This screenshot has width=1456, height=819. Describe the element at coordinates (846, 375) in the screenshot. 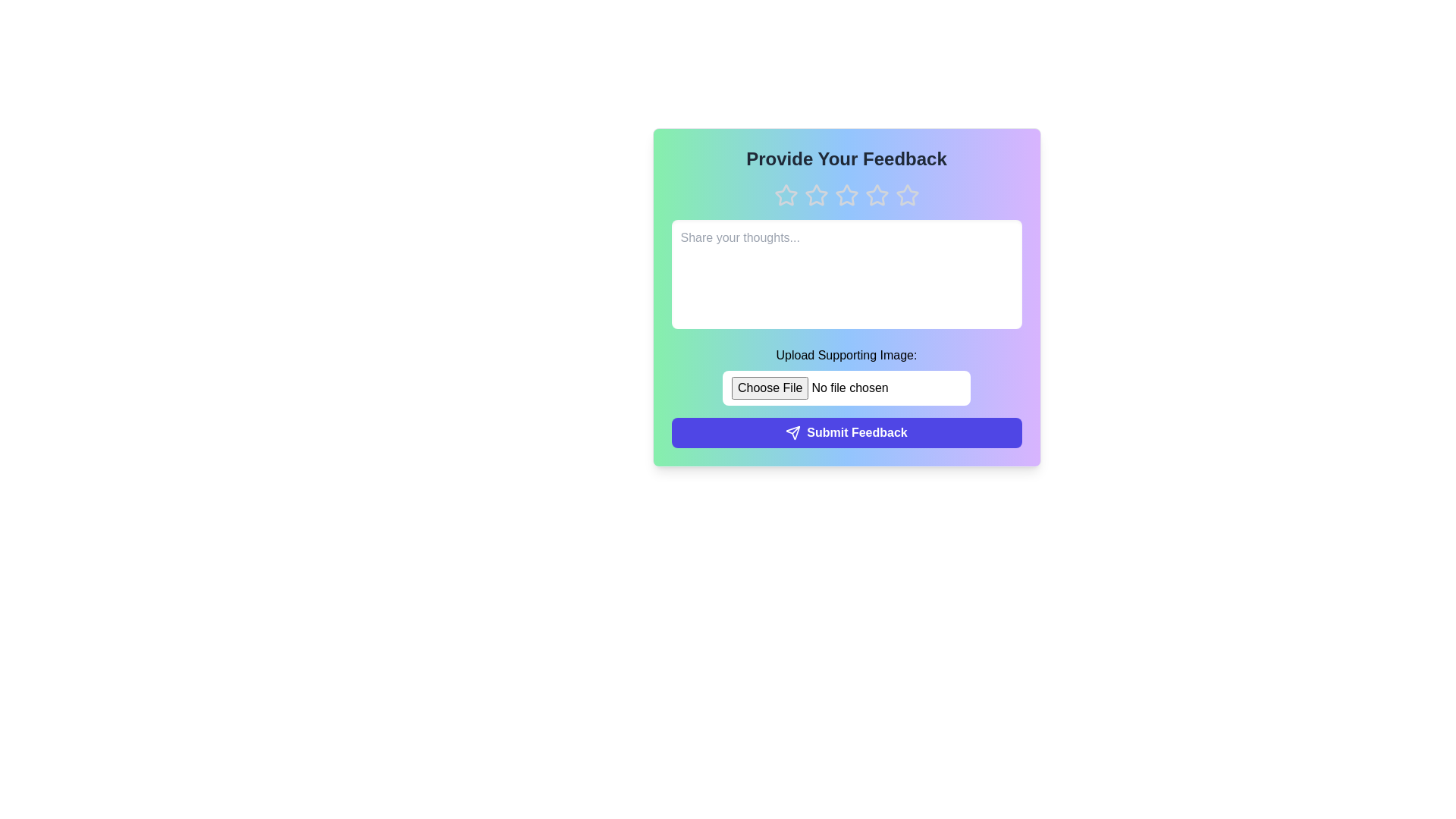

I see `the 'Choose File' button in the file input field labeled 'Upload Supporting Image:'` at that location.